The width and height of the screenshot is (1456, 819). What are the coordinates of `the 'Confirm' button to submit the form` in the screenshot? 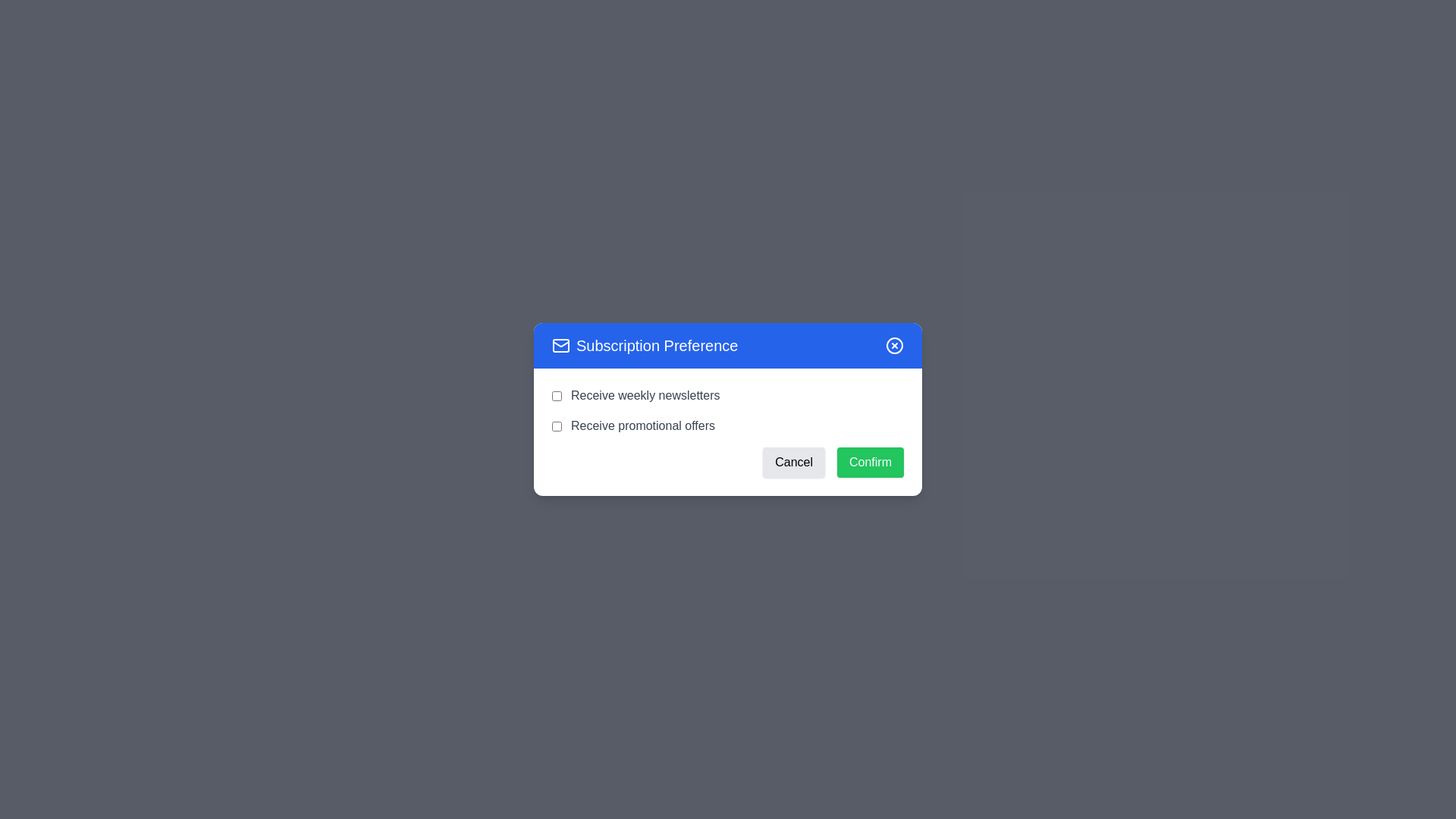 It's located at (870, 461).